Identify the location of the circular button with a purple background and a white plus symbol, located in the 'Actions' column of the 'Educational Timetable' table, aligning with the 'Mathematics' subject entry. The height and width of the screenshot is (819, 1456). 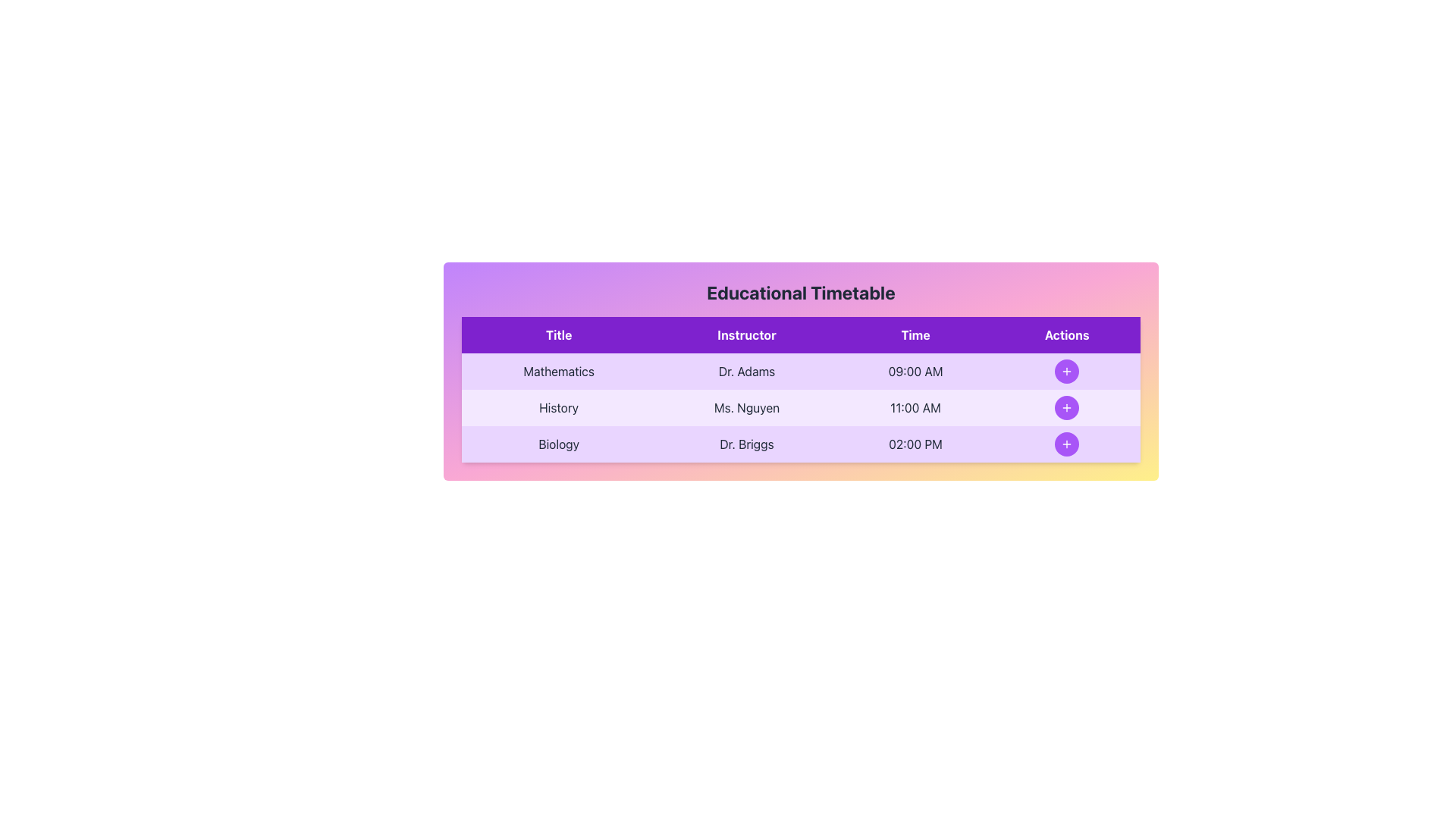
(1066, 371).